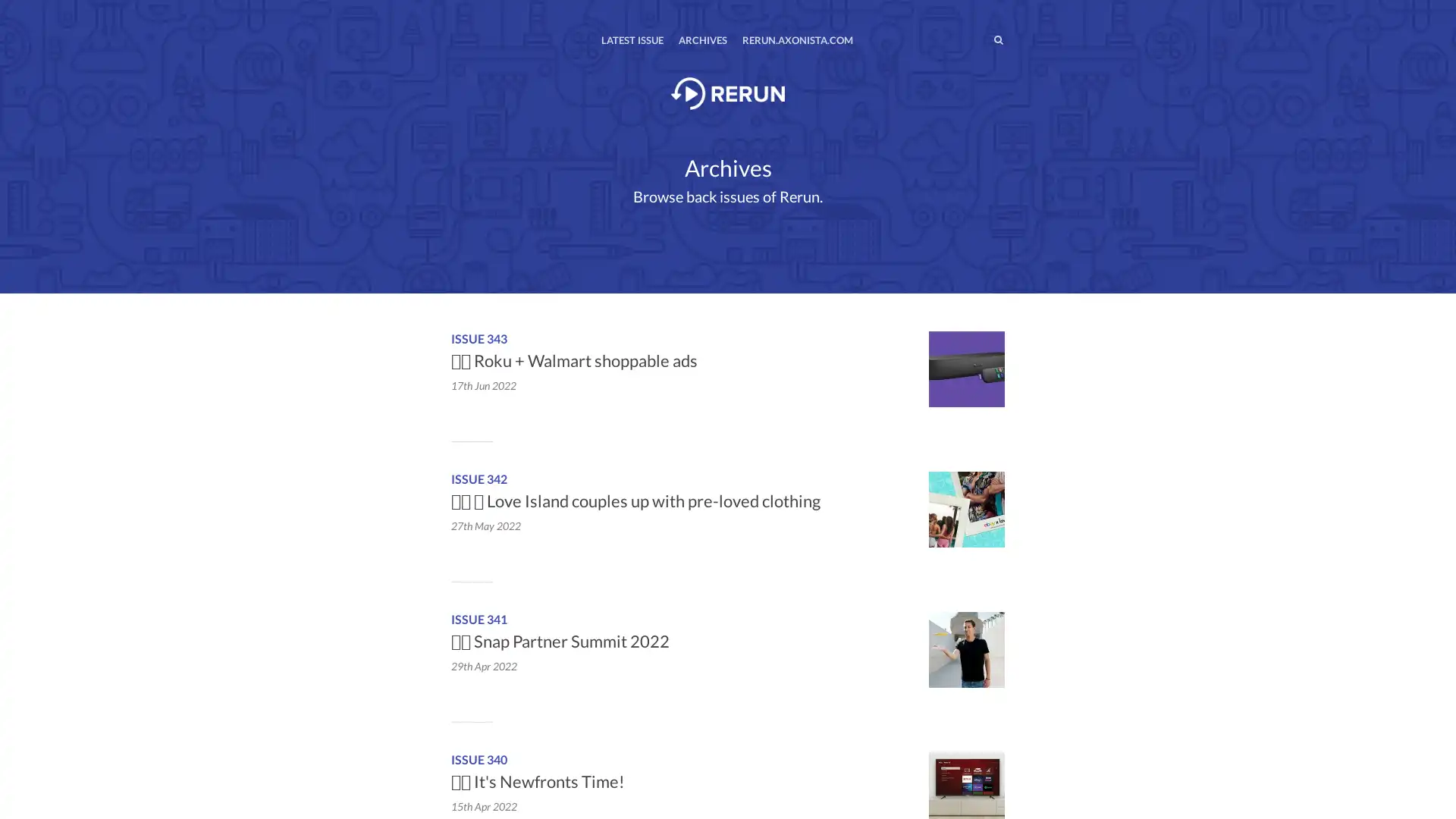 Image resolution: width=1456 pixels, height=819 pixels. What do you see at coordinates (453, 11) in the screenshot?
I see `TOGGLE MENU` at bounding box center [453, 11].